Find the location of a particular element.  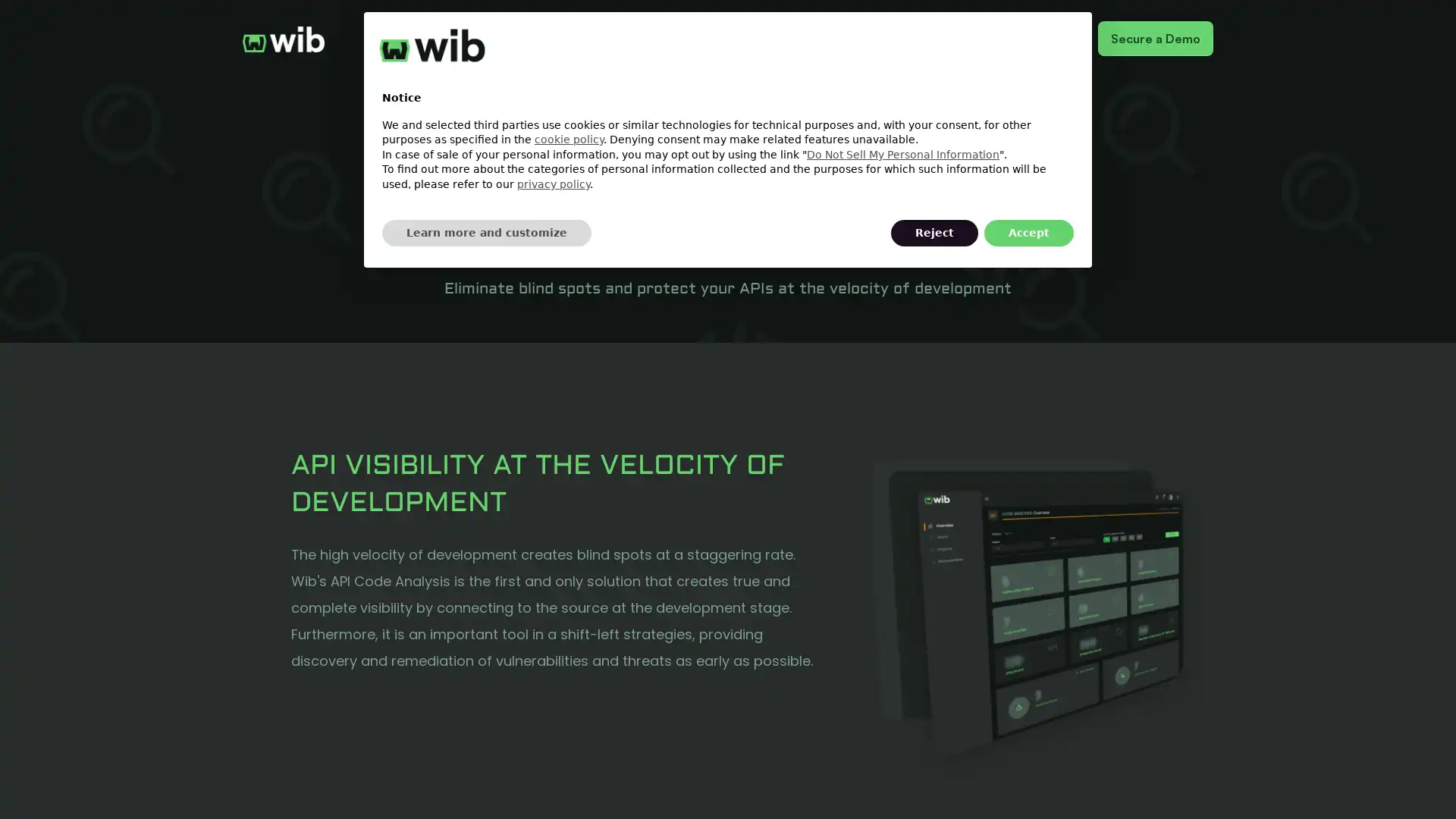

Accept is located at coordinates (1029, 233).